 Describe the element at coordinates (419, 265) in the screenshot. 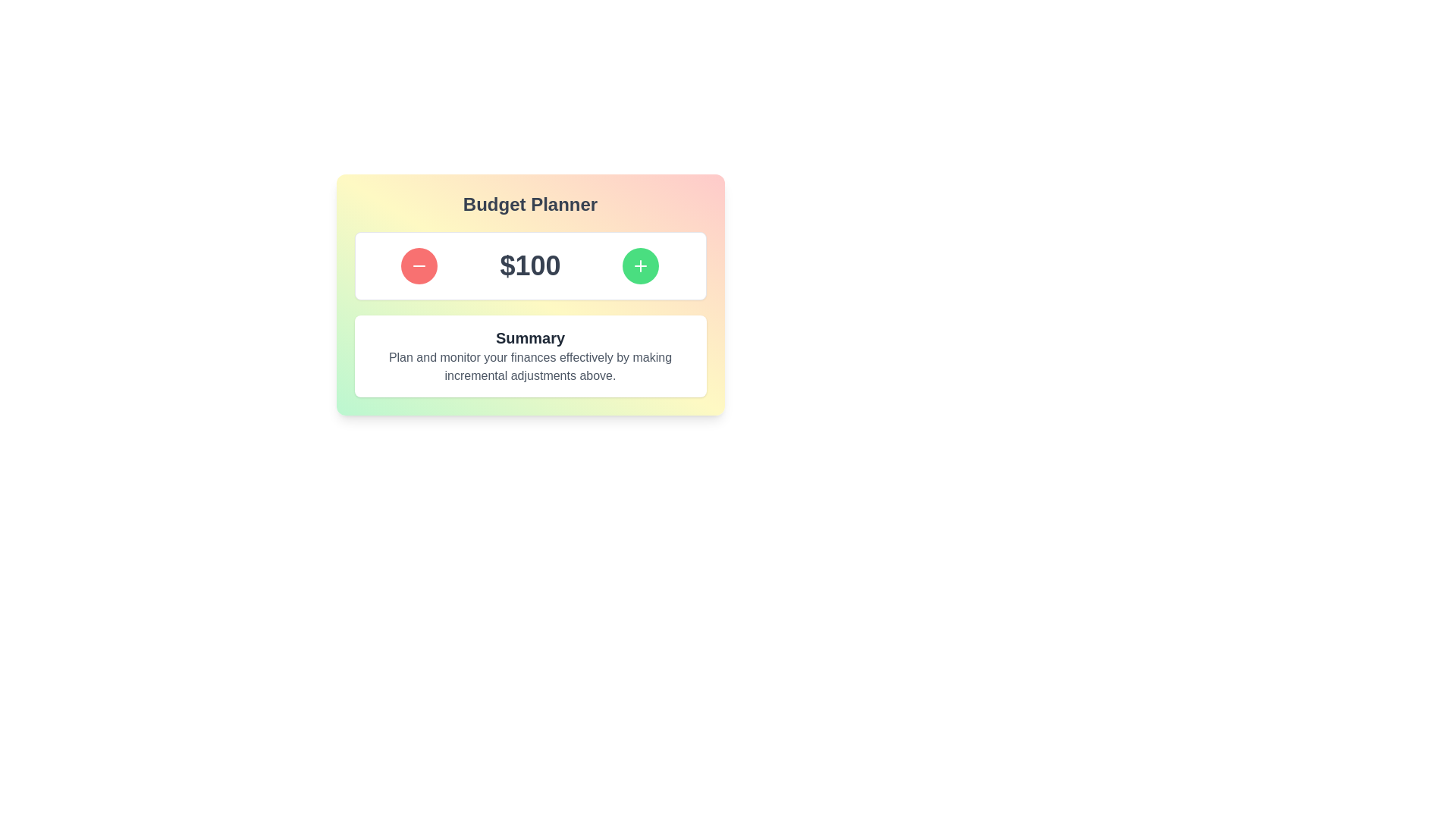

I see `the decrement button located in the left section of the interactive panel to decrease the value displayed nearby` at that location.